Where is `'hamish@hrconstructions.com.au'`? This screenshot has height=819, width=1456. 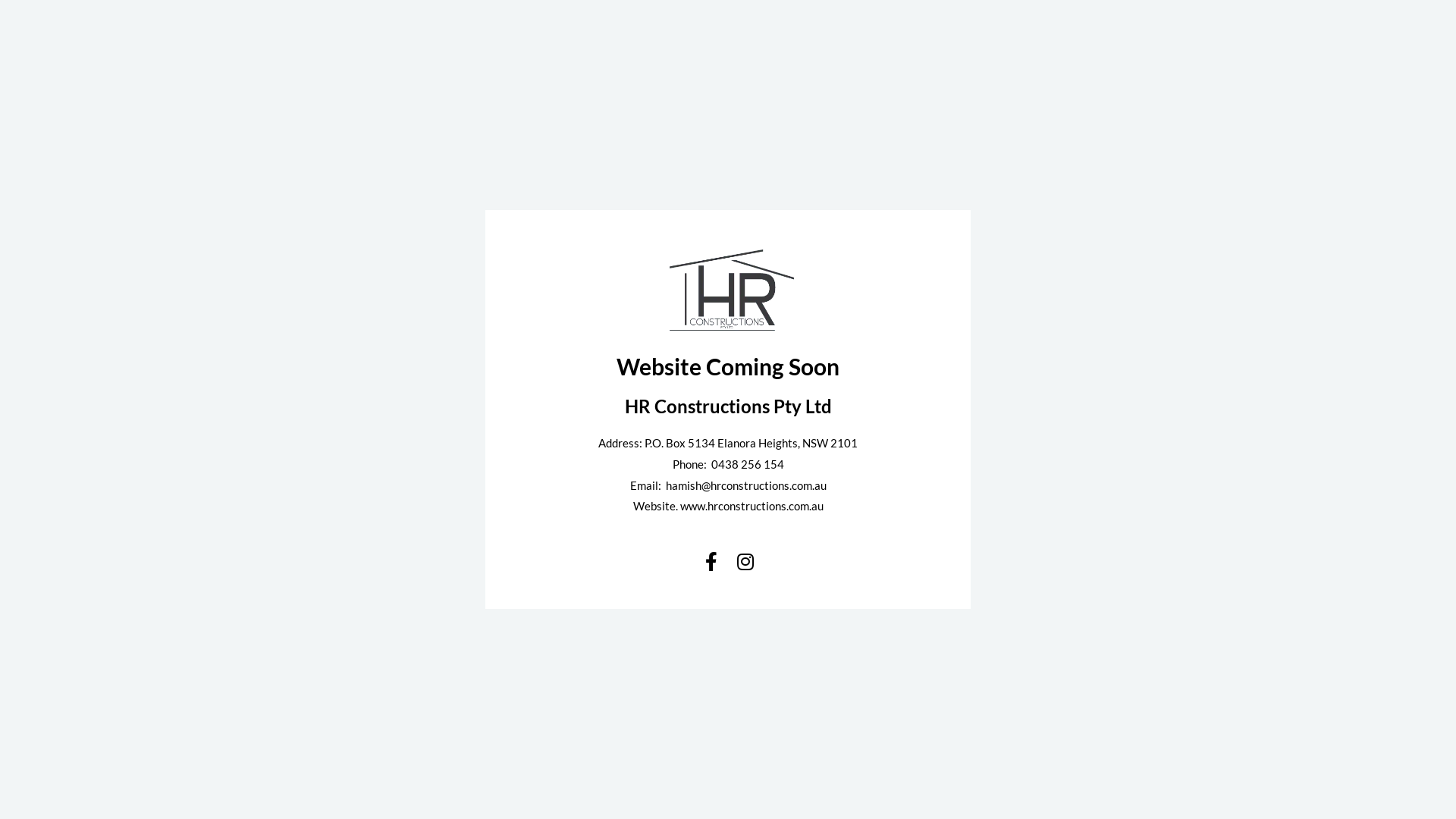 'hamish@hrconstructions.com.au' is located at coordinates (666, 485).